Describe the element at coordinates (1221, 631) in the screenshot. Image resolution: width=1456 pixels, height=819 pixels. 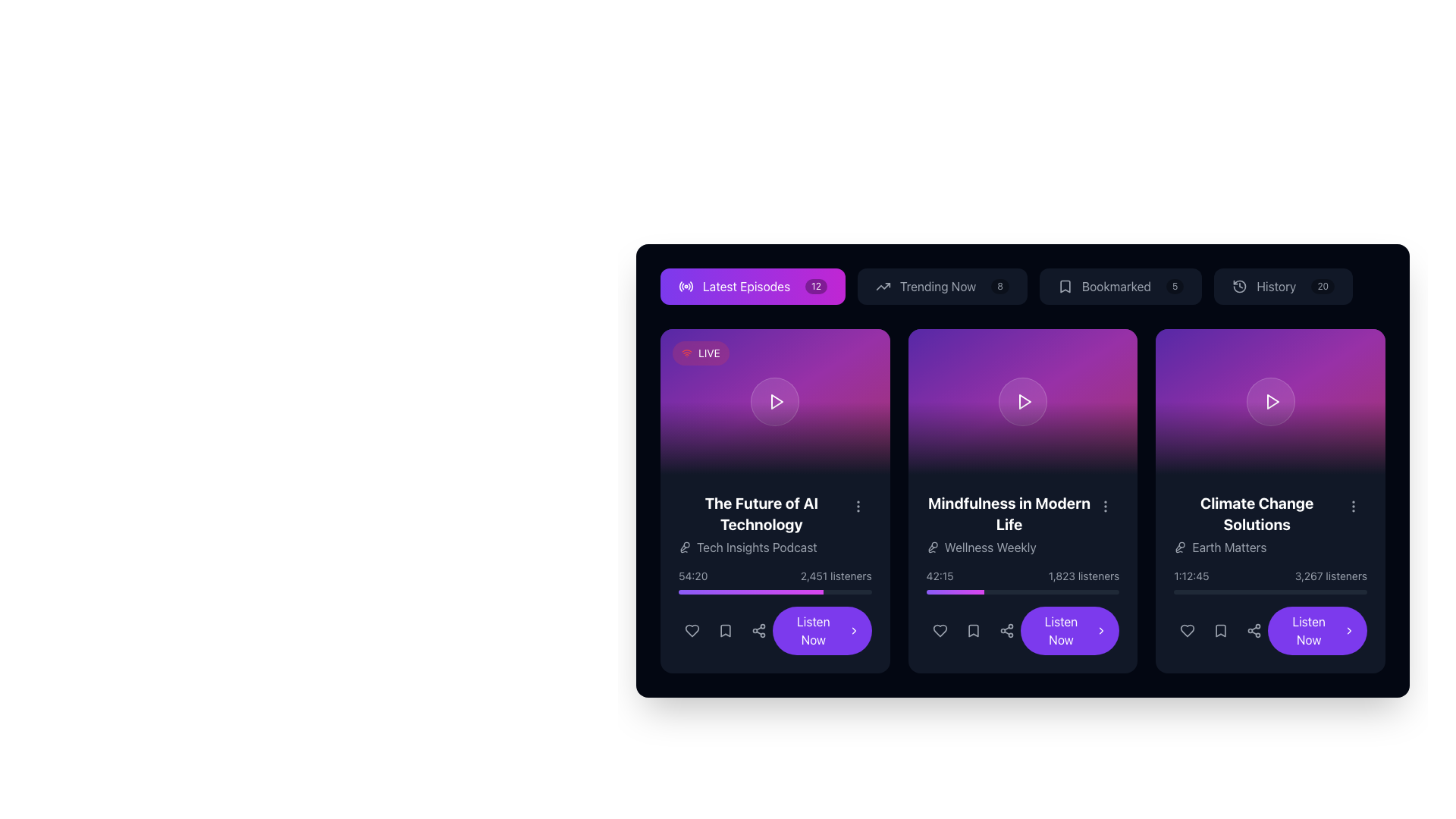
I see `the bookmark icon button located in the bottom section of the rightmost card labeled 'Climate Change Solutions'` at that location.